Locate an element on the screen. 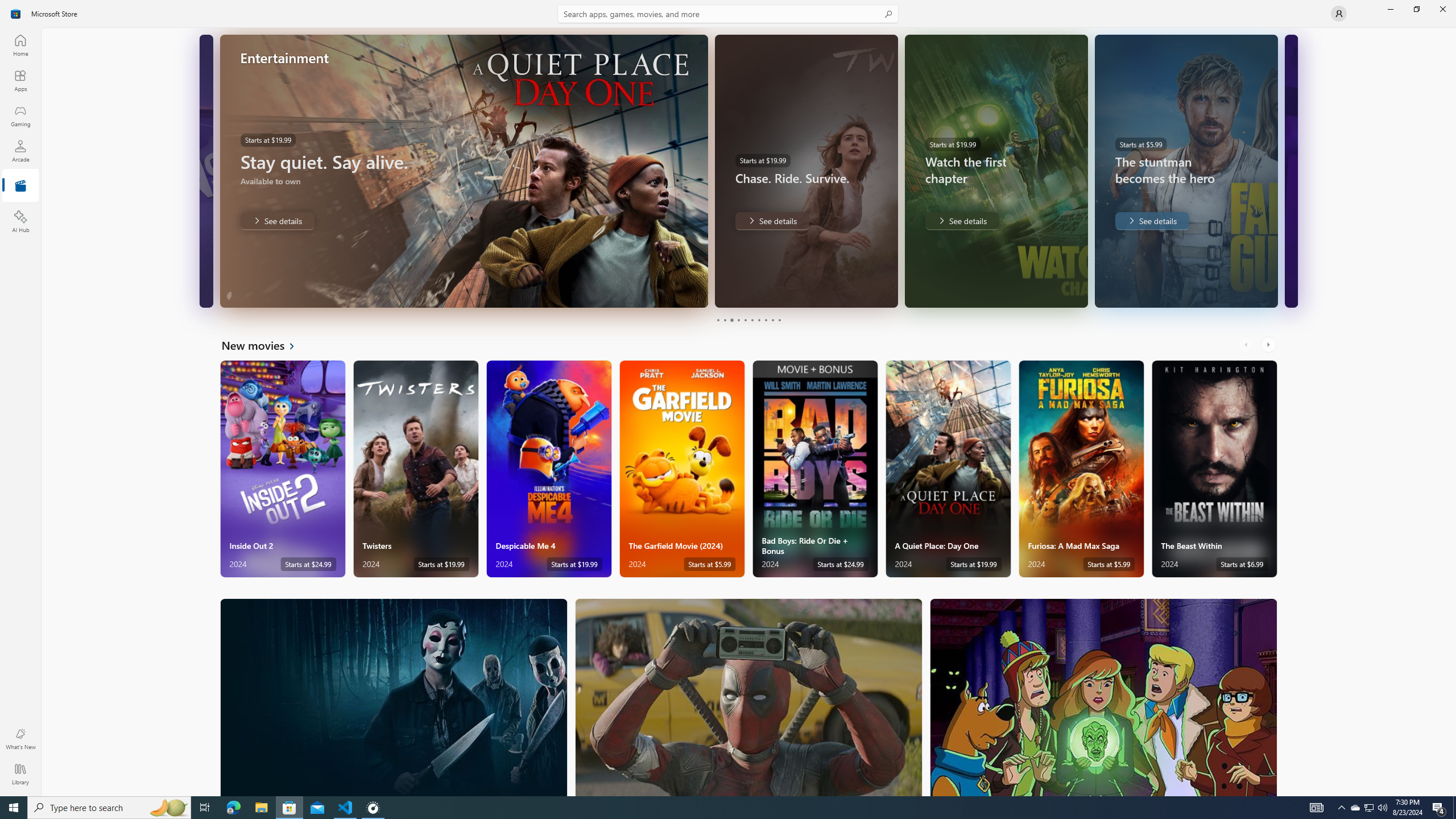  'Page 4' is located at coordinates (737, 320).